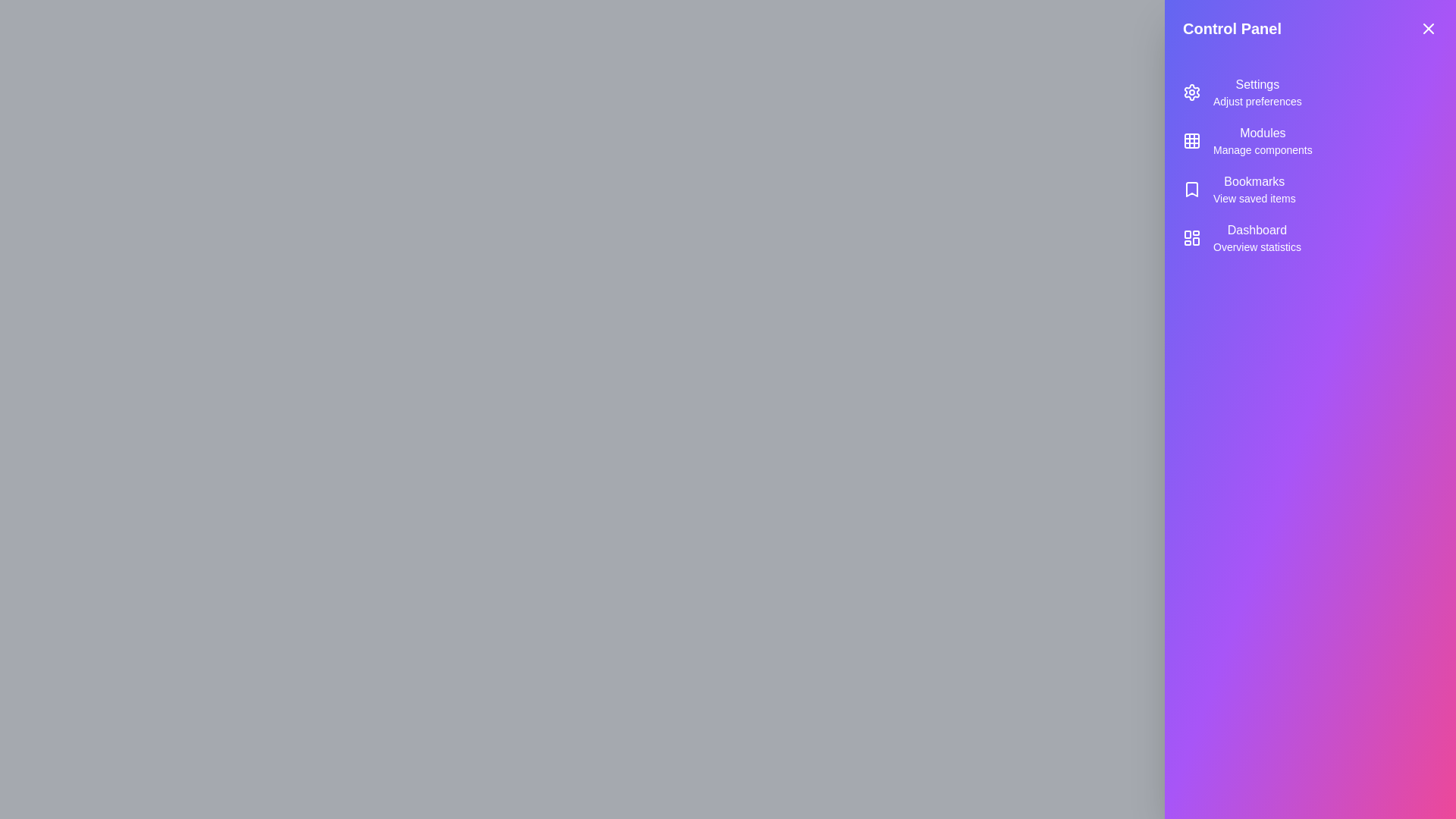 Image resolution: width=1456 pixels, height=819 pixels. What do you see at coordinates (1427, 29) in the screenshot?
I see `the icon-based button featuring a narrow cross shape styled with thin strokes, located at the top-right corner of the 'Control Panel' vertical panel` at bounding box center [1427, 29].